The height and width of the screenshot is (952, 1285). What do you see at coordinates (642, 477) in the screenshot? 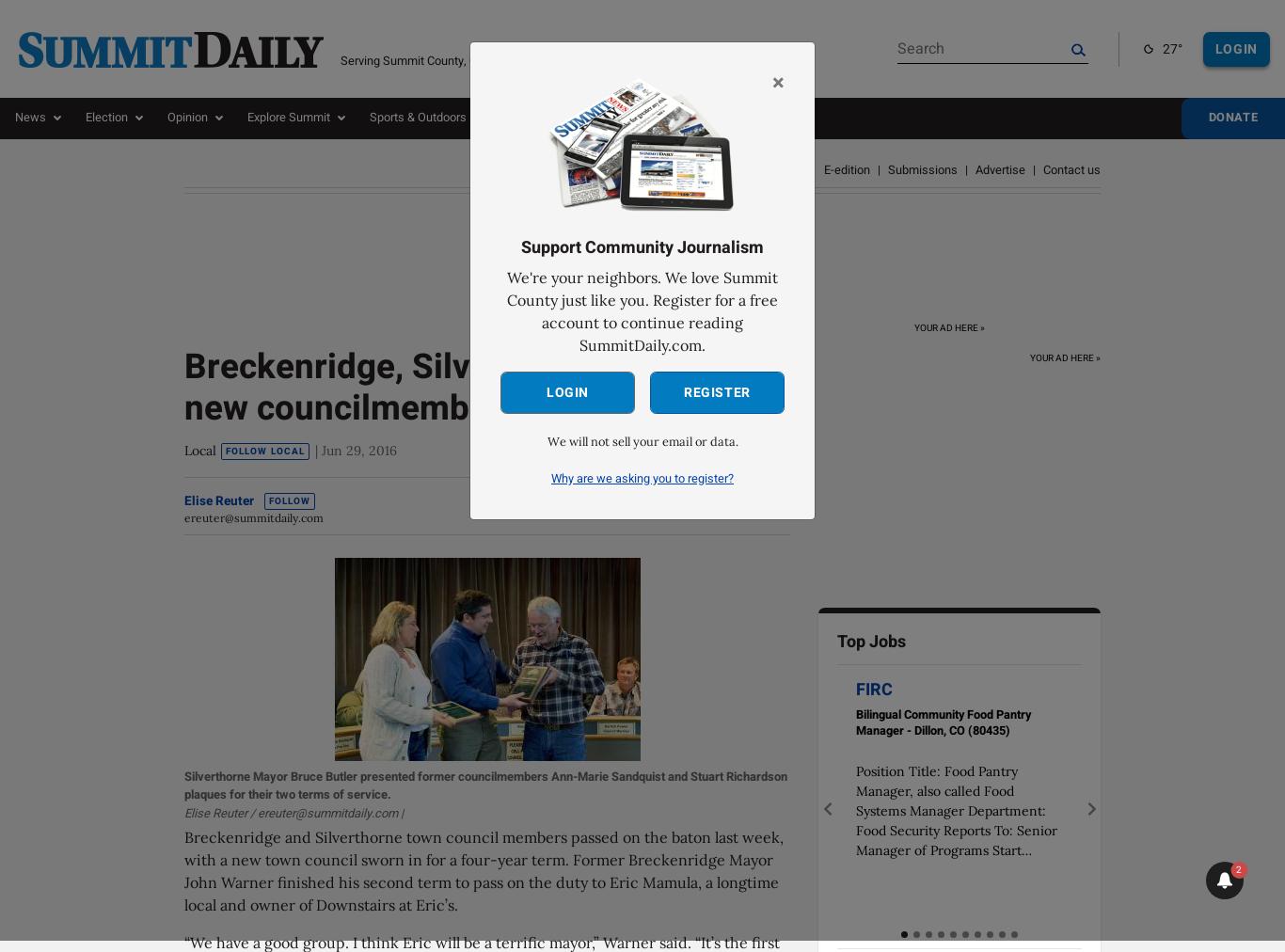
I see `'Why are we asking you to register?'` at bounding box center [642, 477].